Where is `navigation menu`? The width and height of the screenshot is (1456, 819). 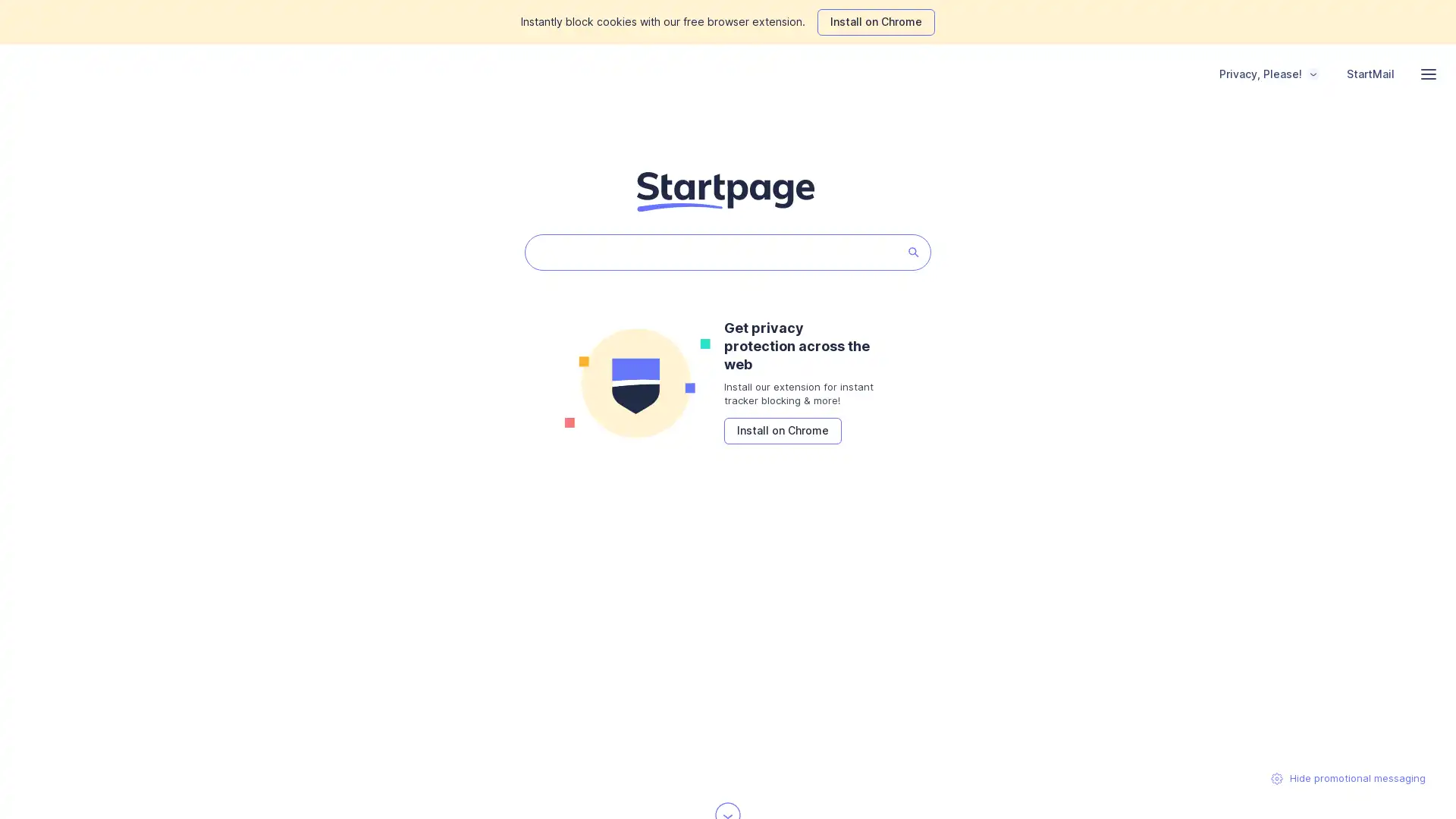
navigation menu is located at coordinates (1427, 74).